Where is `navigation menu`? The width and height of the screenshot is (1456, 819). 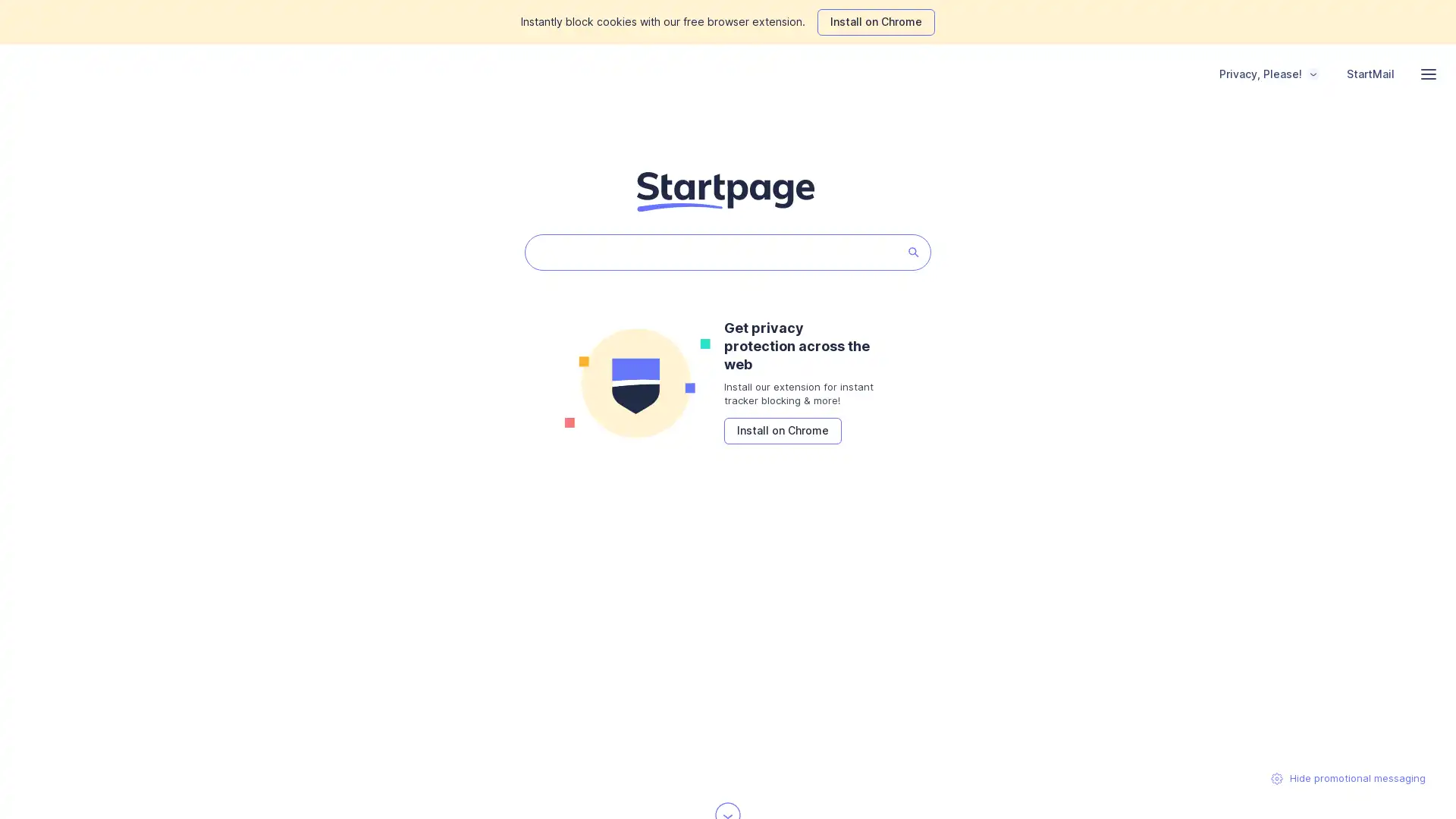
navigation menu is located at coordinates (1427, 74).